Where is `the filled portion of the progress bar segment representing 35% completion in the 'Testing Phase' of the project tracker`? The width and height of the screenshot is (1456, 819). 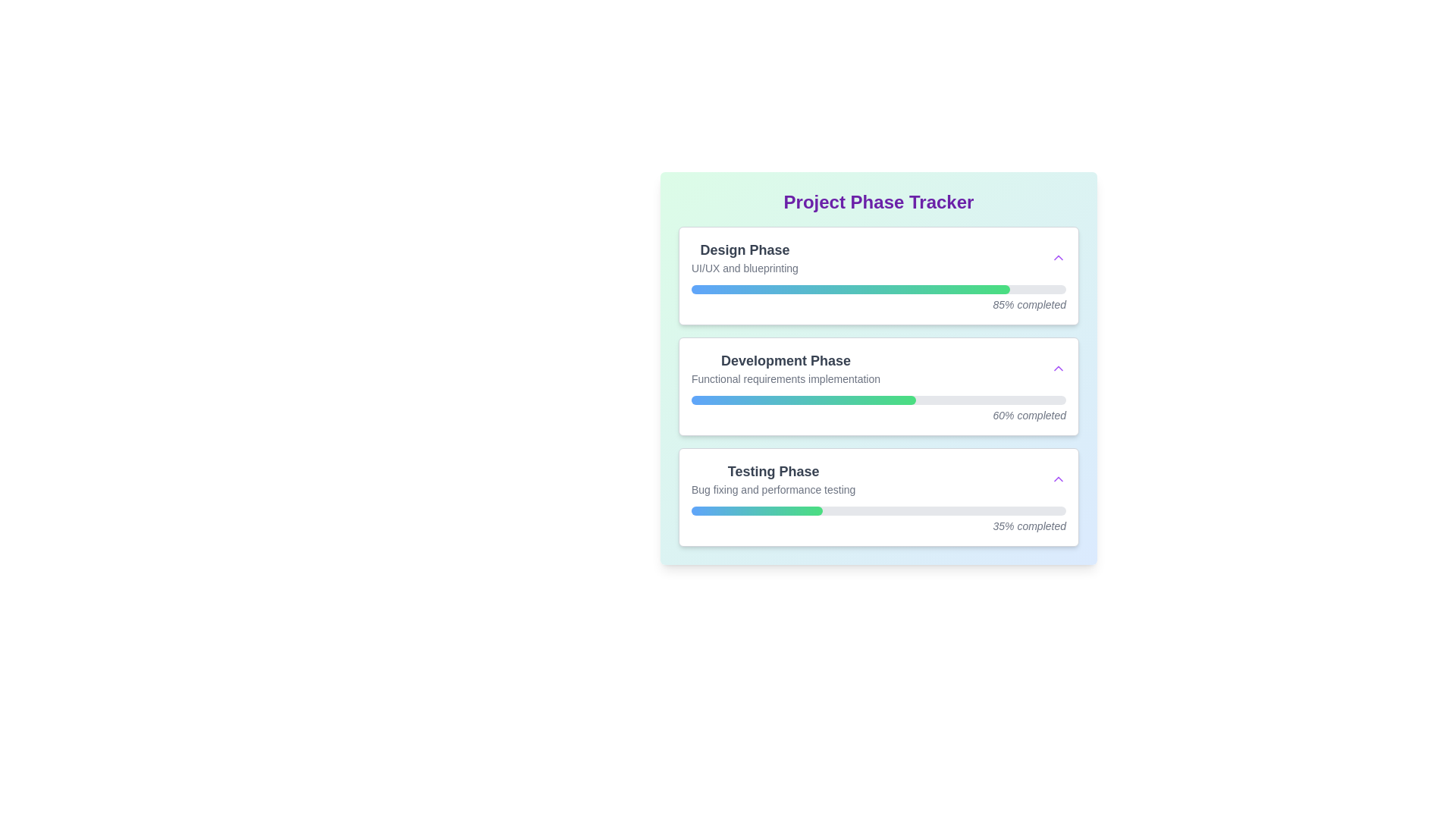
the filled portion of the progress bar segment representing 35% completion in the 'Testing Phase' of the project tracker is located at coordinates (757, 511).